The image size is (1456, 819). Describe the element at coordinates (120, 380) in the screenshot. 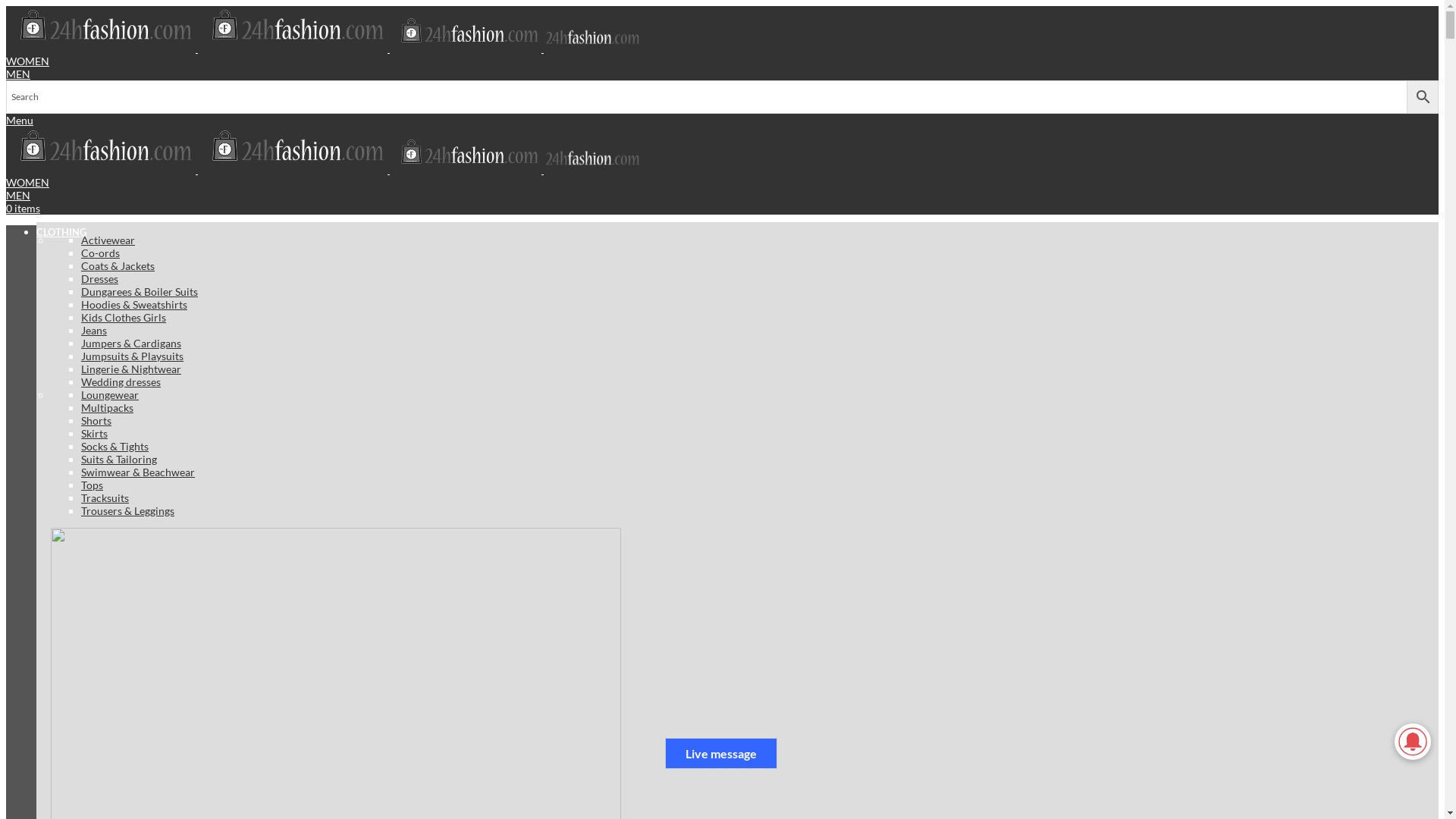

I see `'Wedding dresses'` at that location.